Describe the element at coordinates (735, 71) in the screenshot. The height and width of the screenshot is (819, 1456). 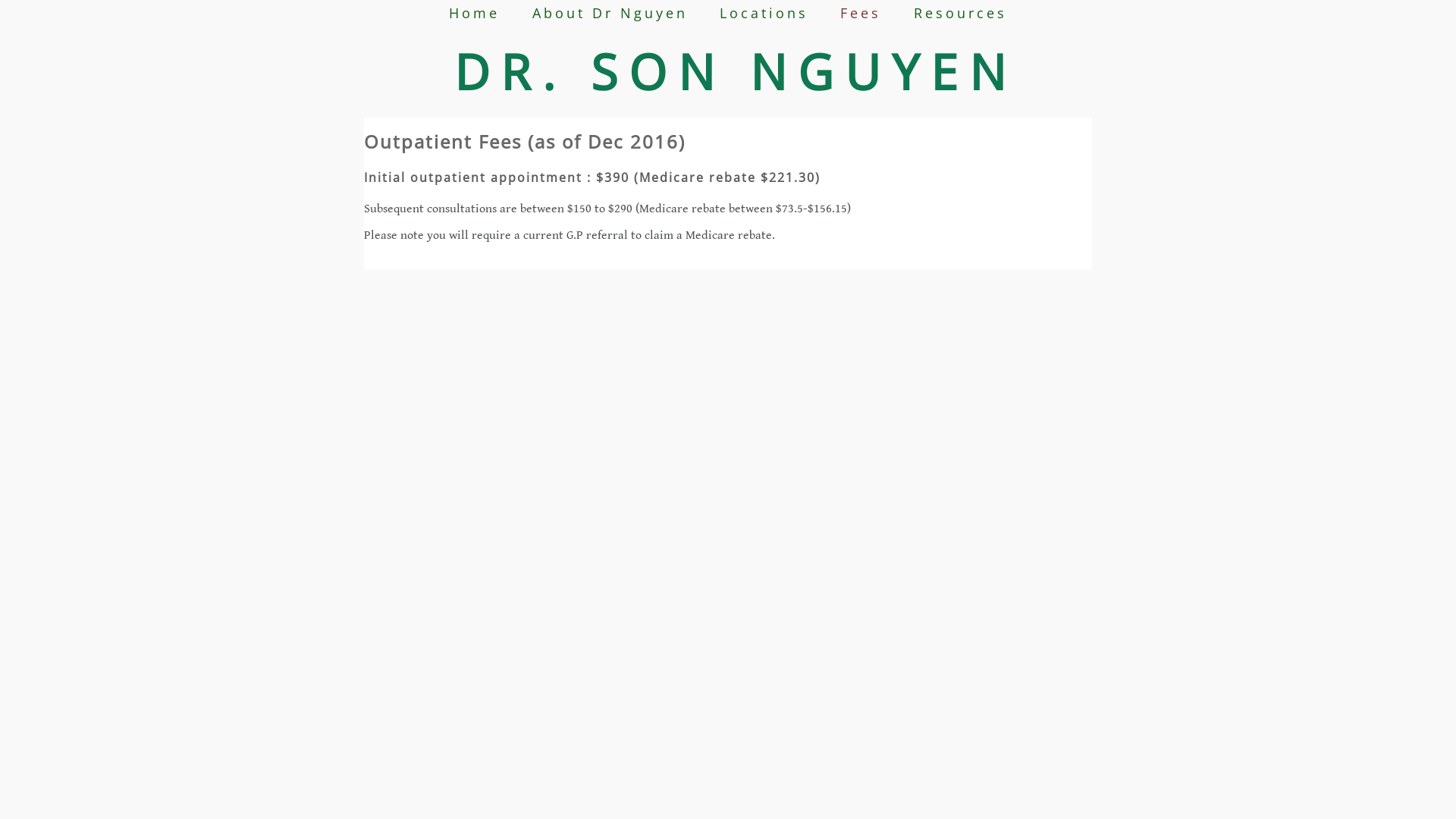
I see `'DR. SON NGUYEN'` at that location.